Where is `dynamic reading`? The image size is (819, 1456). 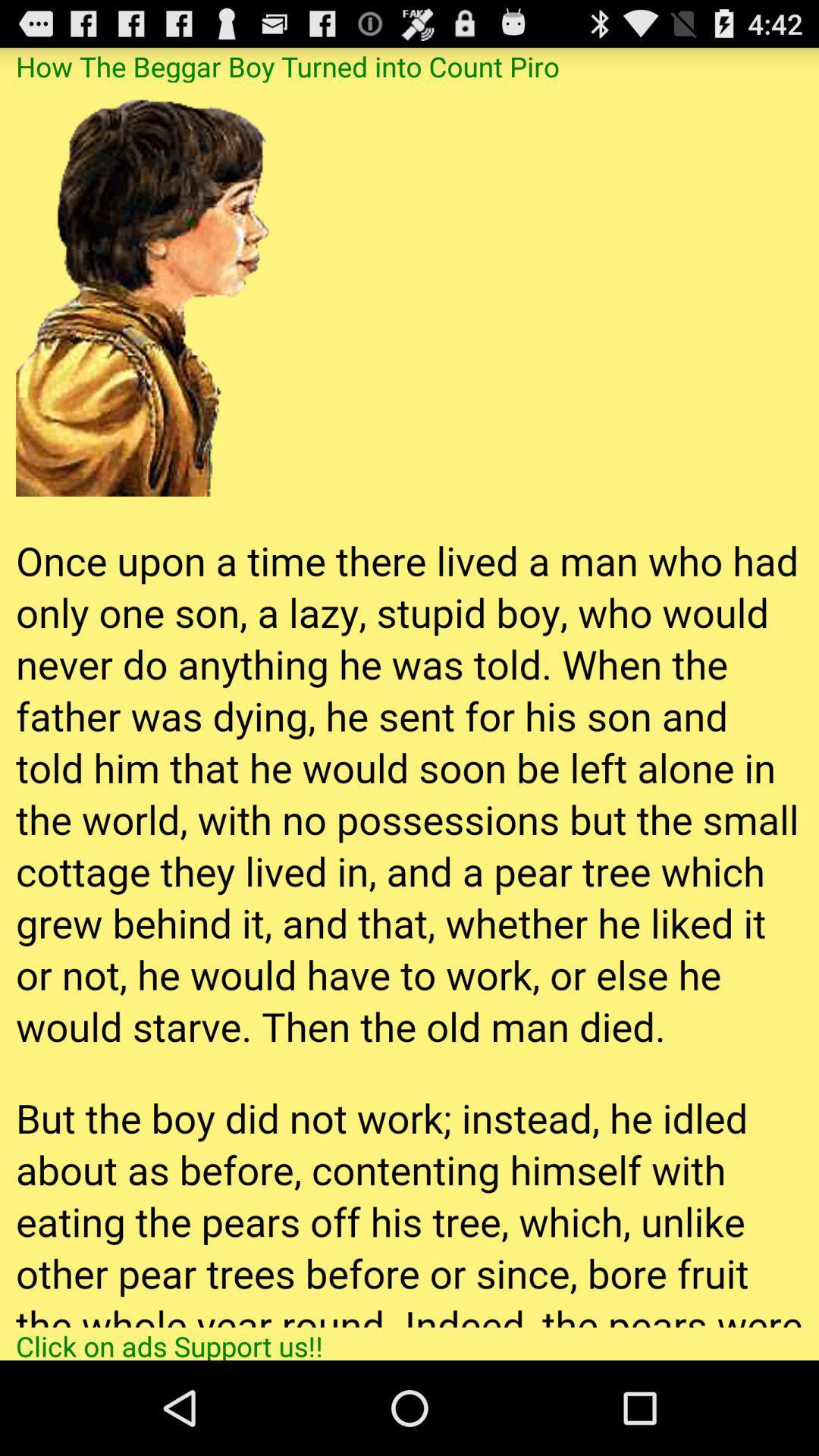
dynamic reading is located at coordinates (409, 704).